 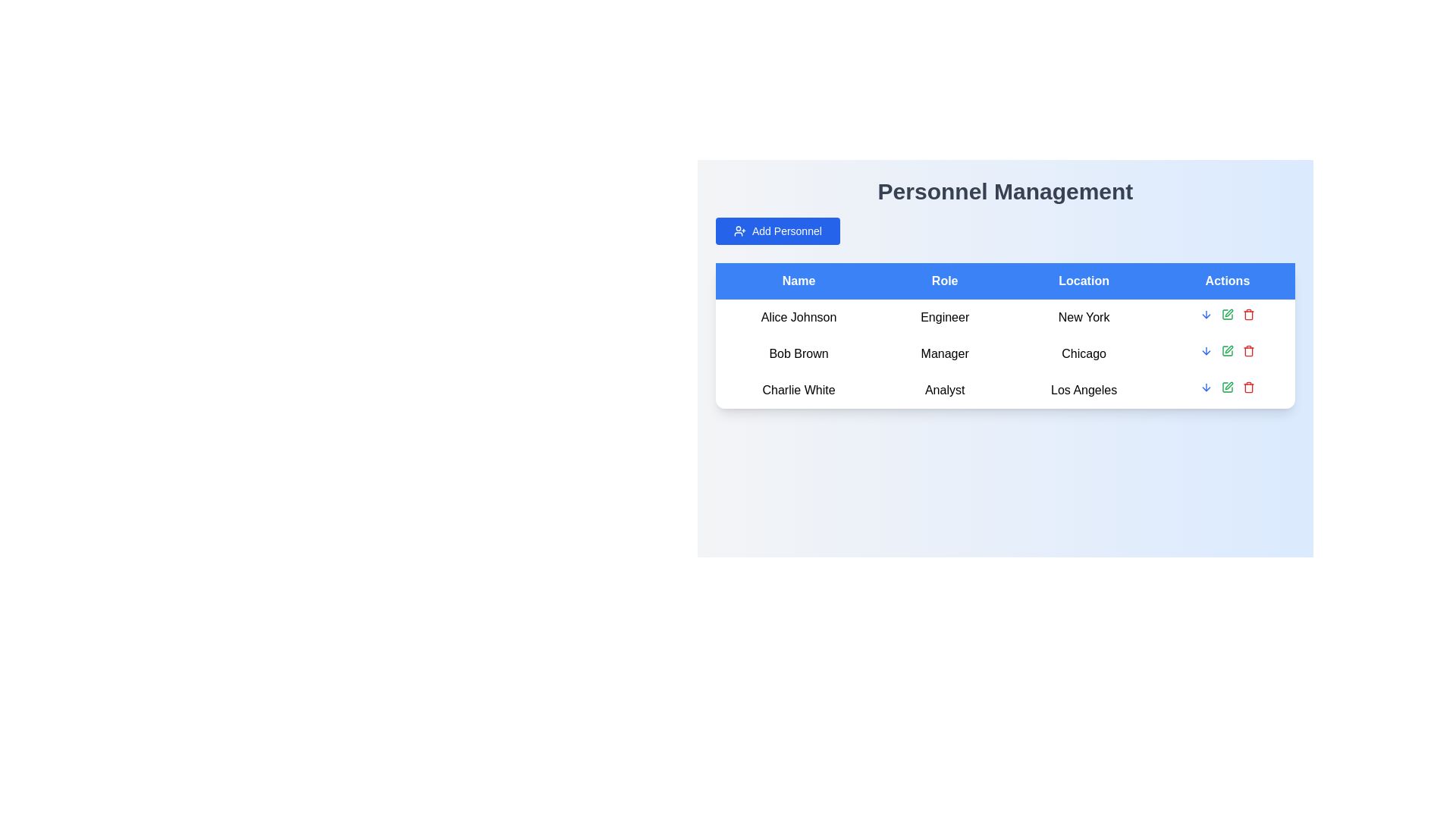 I want to click on the static text element that indicates the role of 'Bob Brown' as 'Manager' in the table, located in the second column under the header 'Role', so click(x=944, y=353).